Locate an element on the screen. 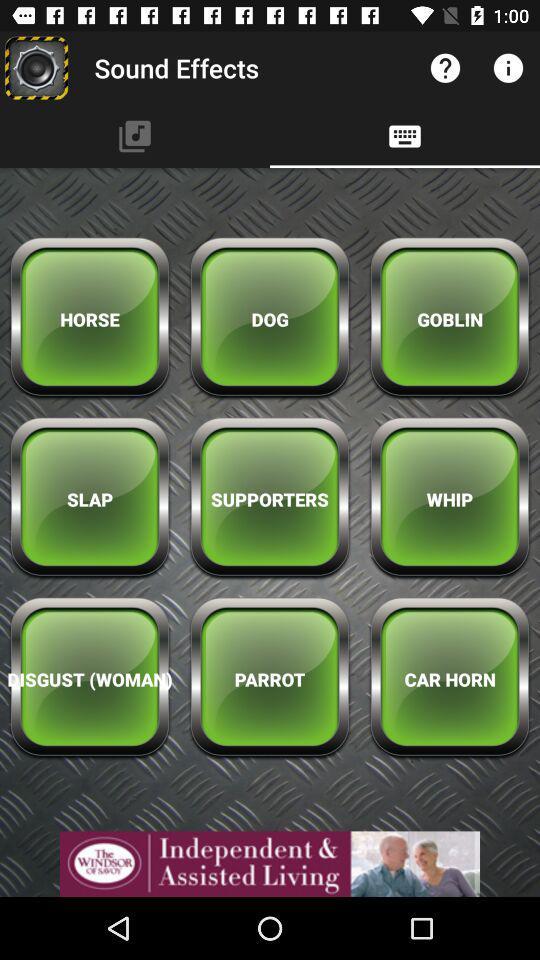 The image size is (540, 960). the music icon is located at coordinates (135, 135).